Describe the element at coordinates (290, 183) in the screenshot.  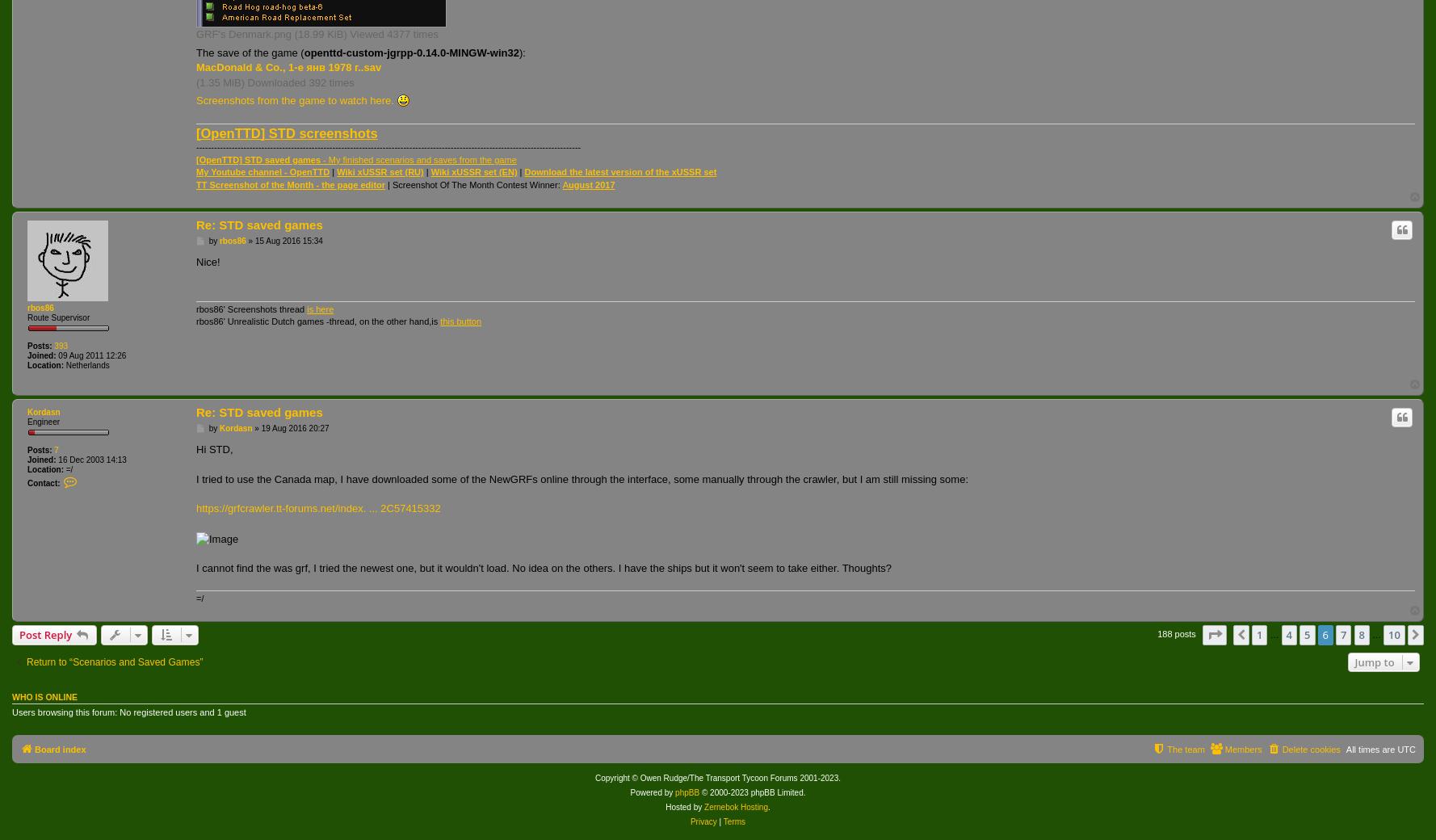
I see `'TT Screenshot of the Month - the page editor'` at that location.